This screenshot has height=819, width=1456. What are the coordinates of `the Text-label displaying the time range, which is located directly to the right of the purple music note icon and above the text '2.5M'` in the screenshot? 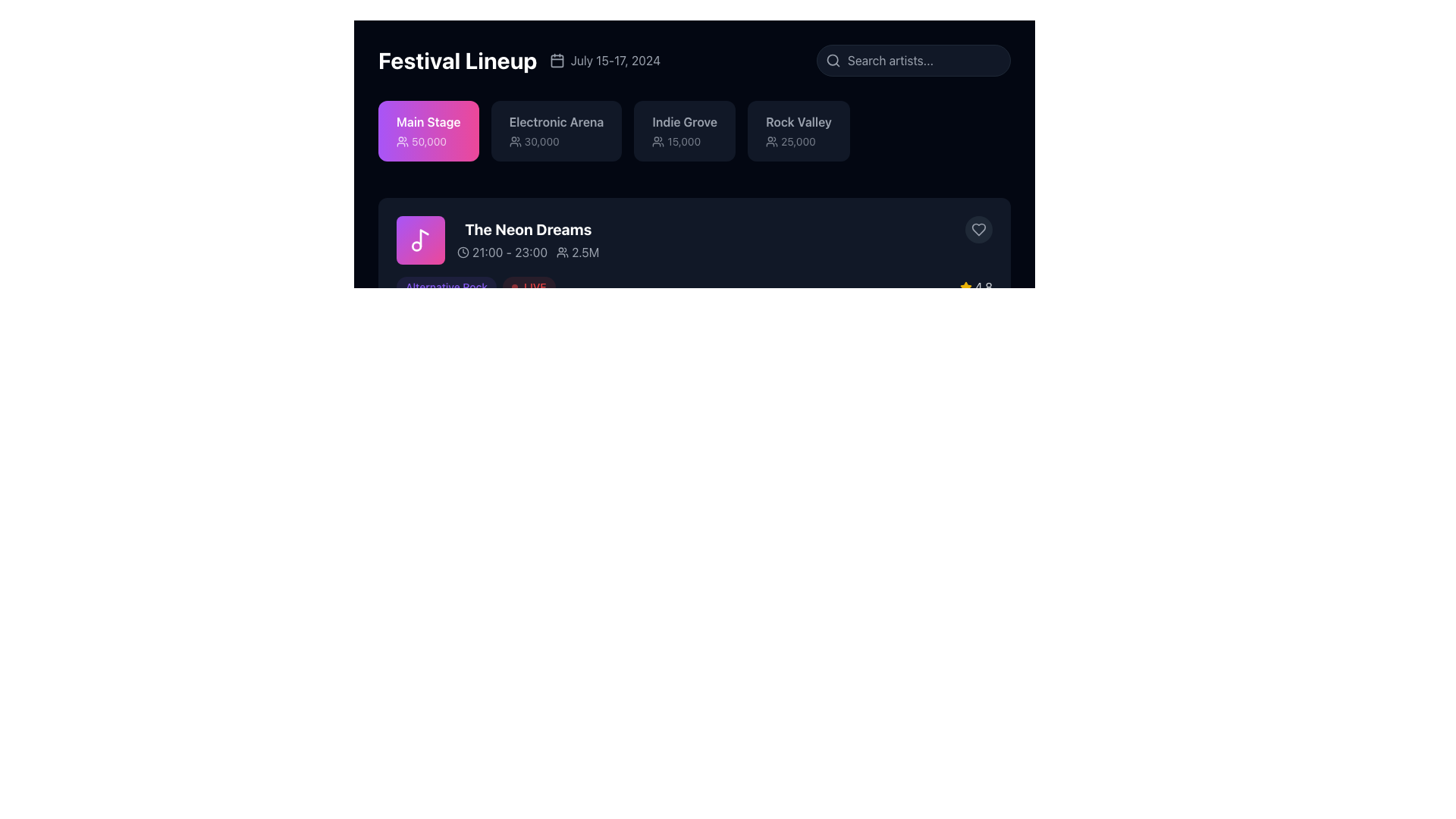 It's located at (502, 251).